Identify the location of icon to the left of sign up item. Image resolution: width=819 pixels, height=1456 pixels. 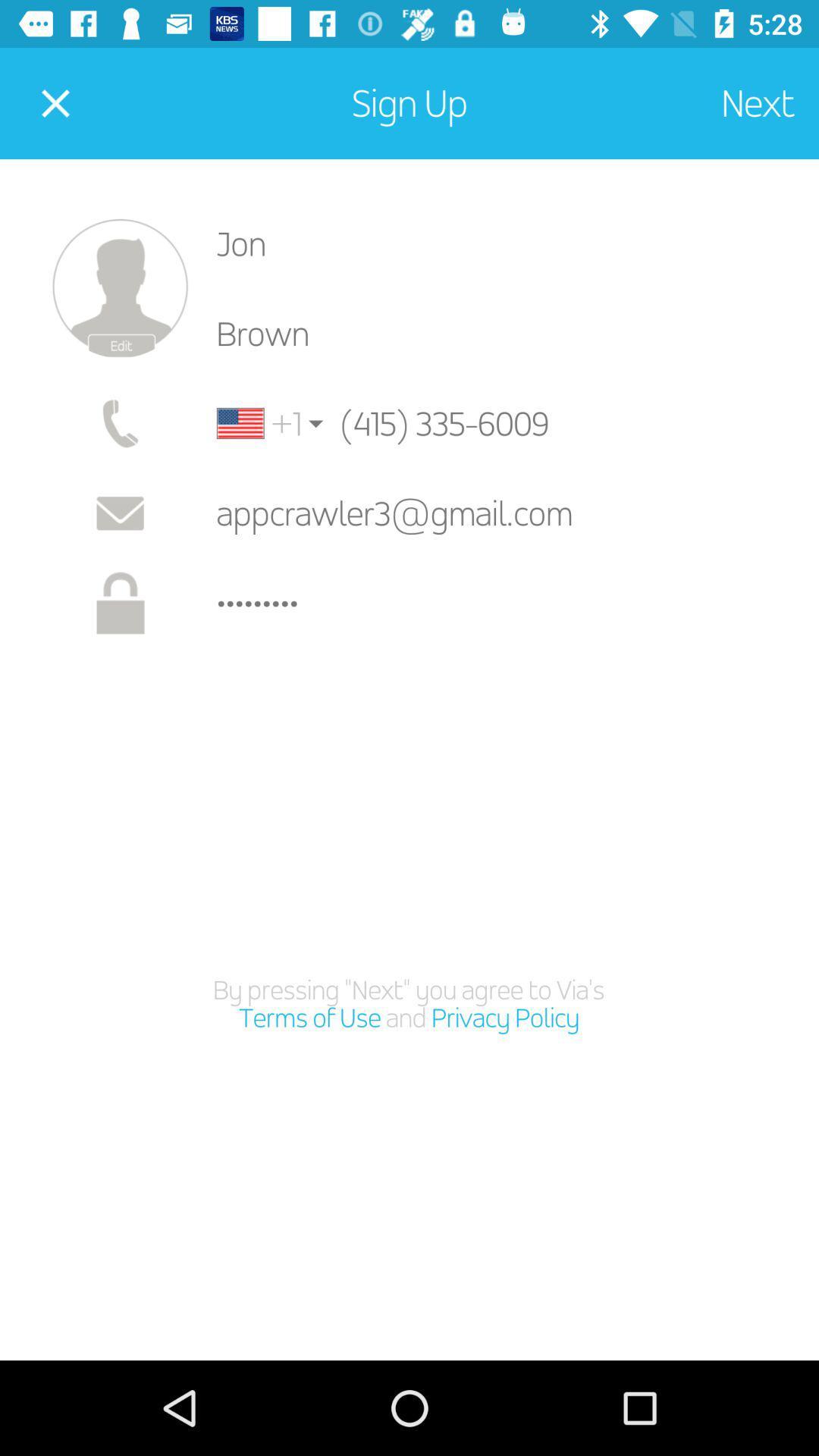
(55, 102).